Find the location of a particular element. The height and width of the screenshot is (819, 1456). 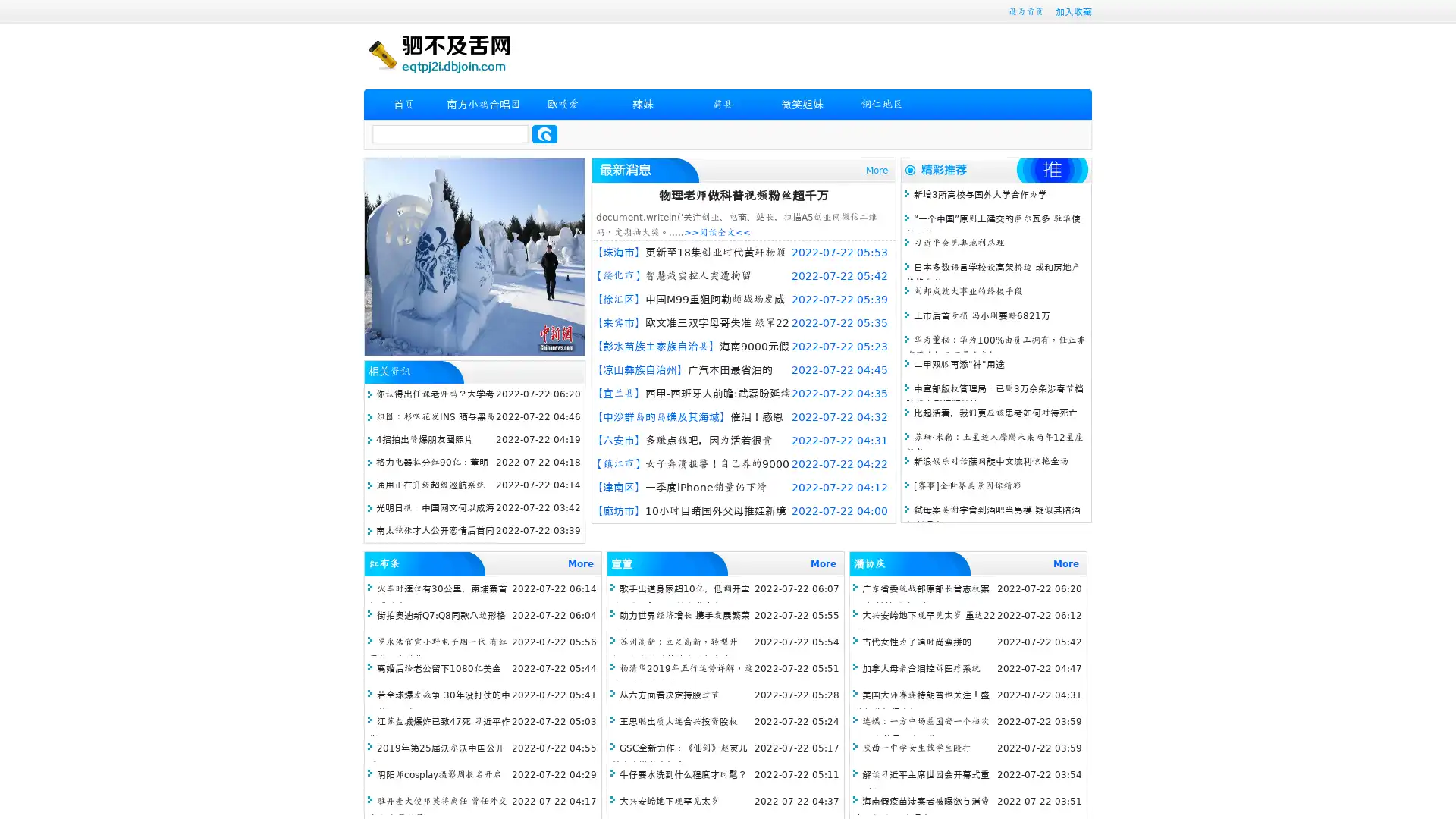

Search is located at coordinates (544, 133).